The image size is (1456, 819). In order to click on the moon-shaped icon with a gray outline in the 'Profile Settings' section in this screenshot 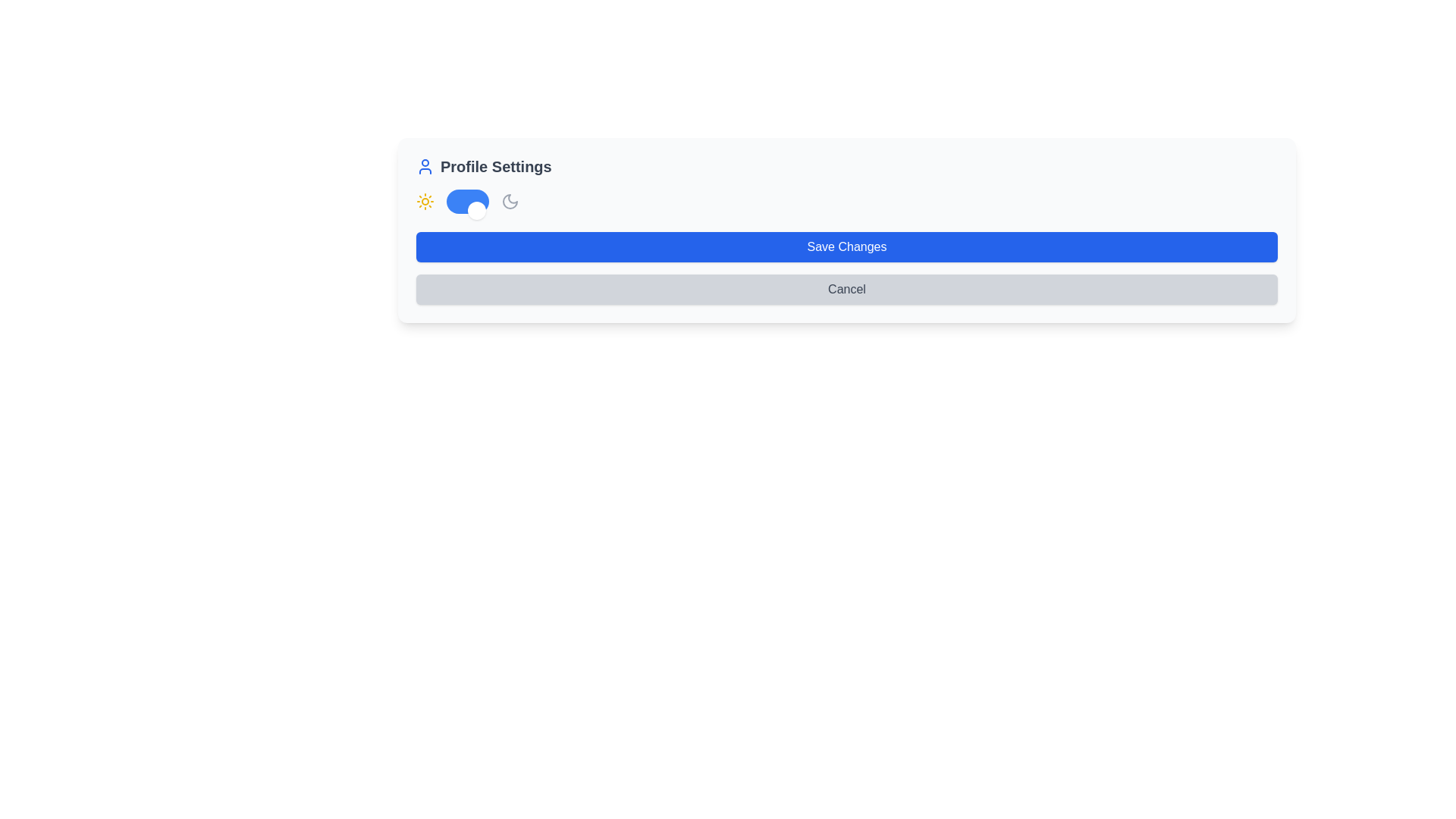, I will do `click(510, 201)`.